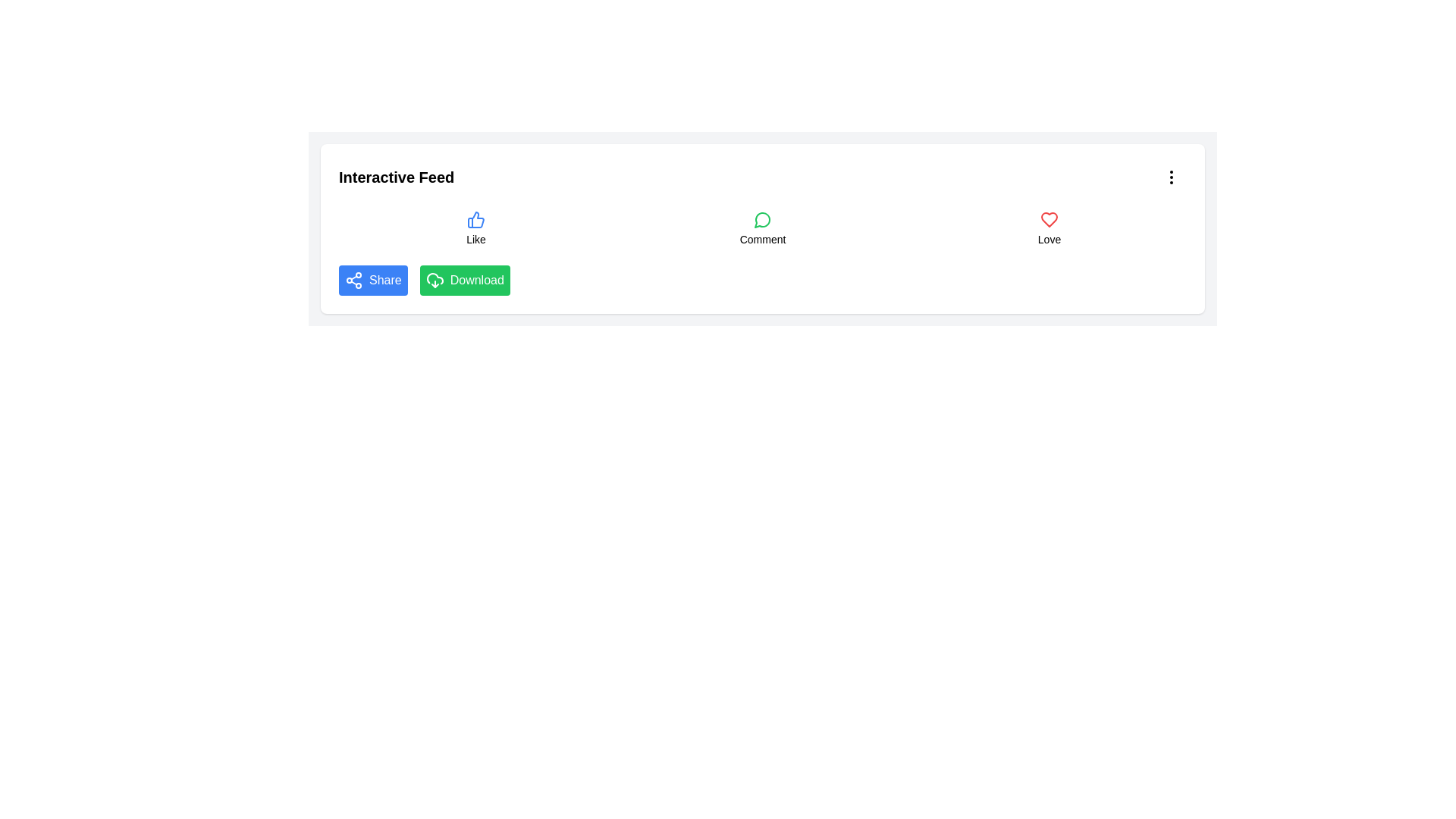  What do you see at coordinates (763, 228) in the screenshot?
I see `the green speech bubble button labeled 'Comment'` at bounding box center [763, 228].